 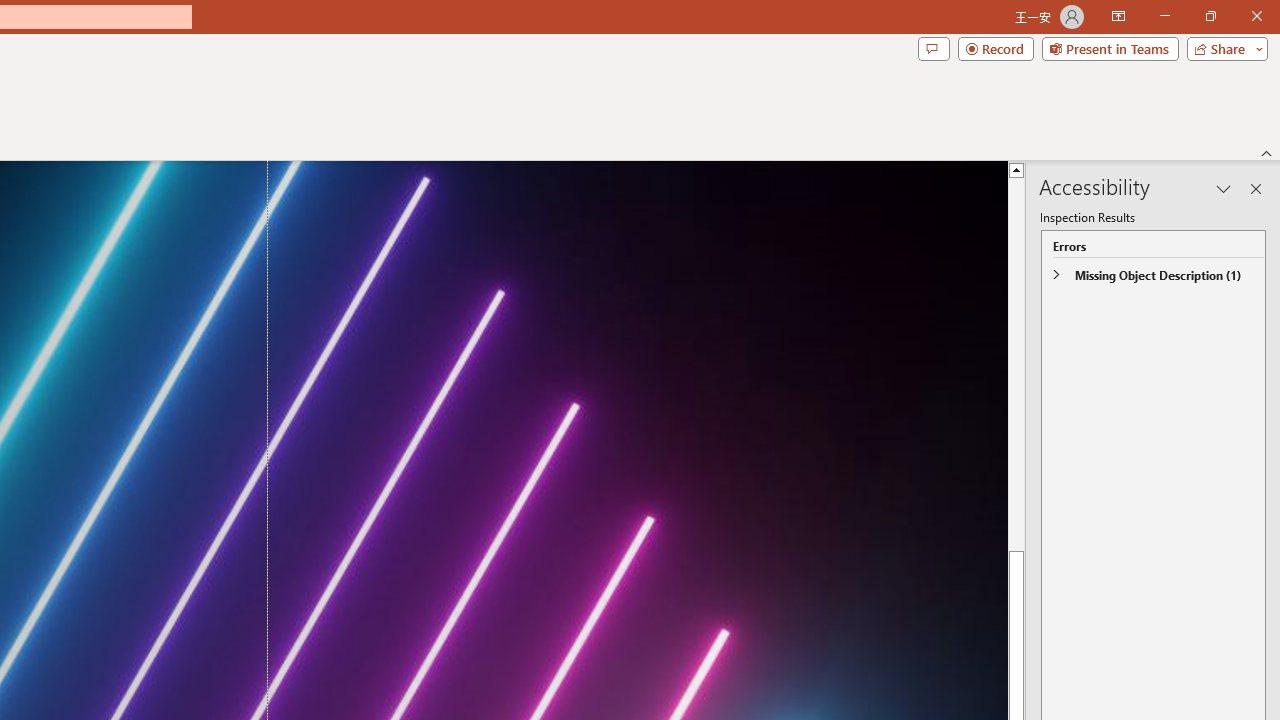 What do you see at coordinates (1209, 16) in the screenshot?
I see `'Restore Down'` at bounding box center [1209, 16].